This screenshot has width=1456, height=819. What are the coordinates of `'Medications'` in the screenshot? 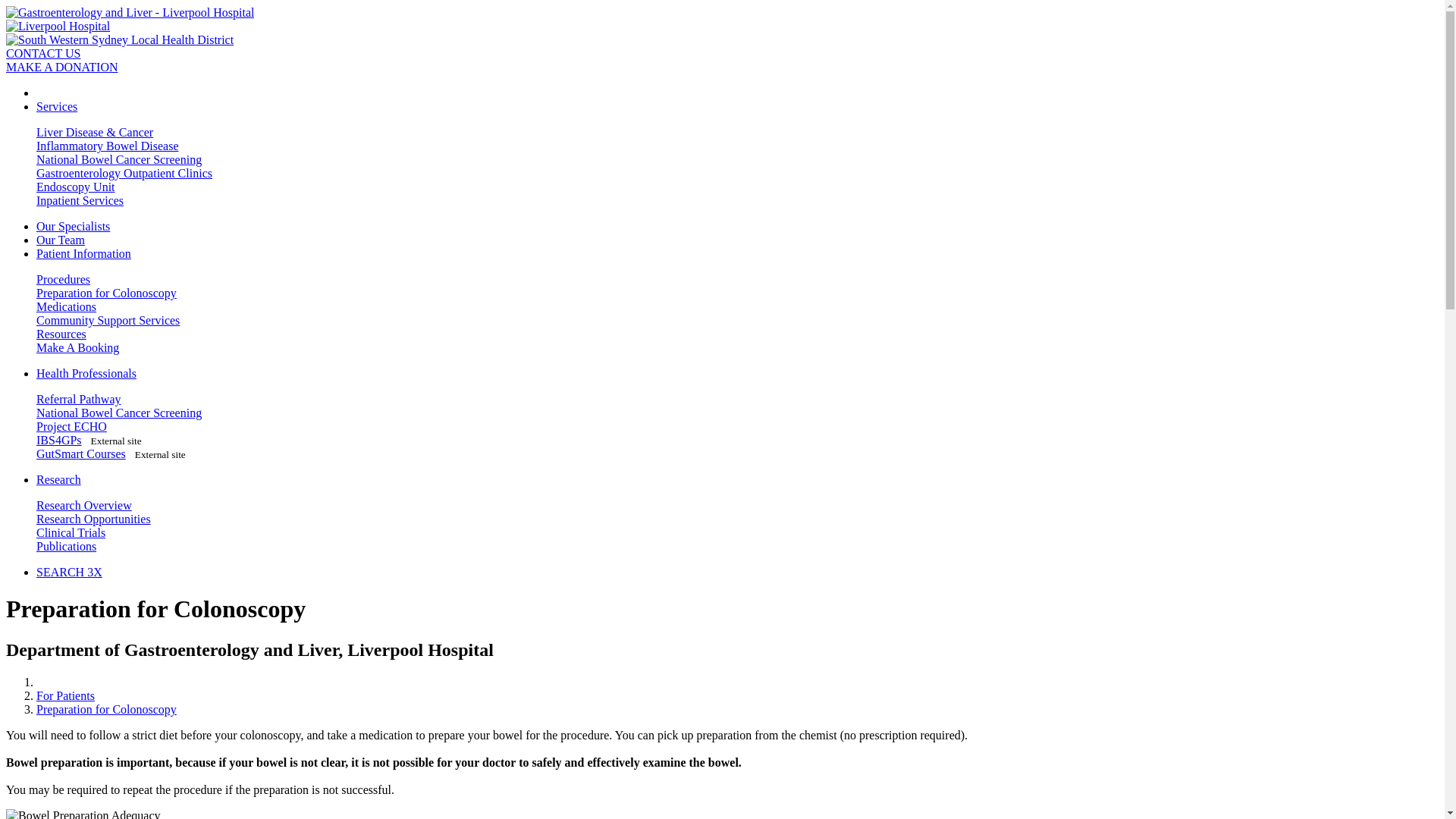 It's located at (65, 306).